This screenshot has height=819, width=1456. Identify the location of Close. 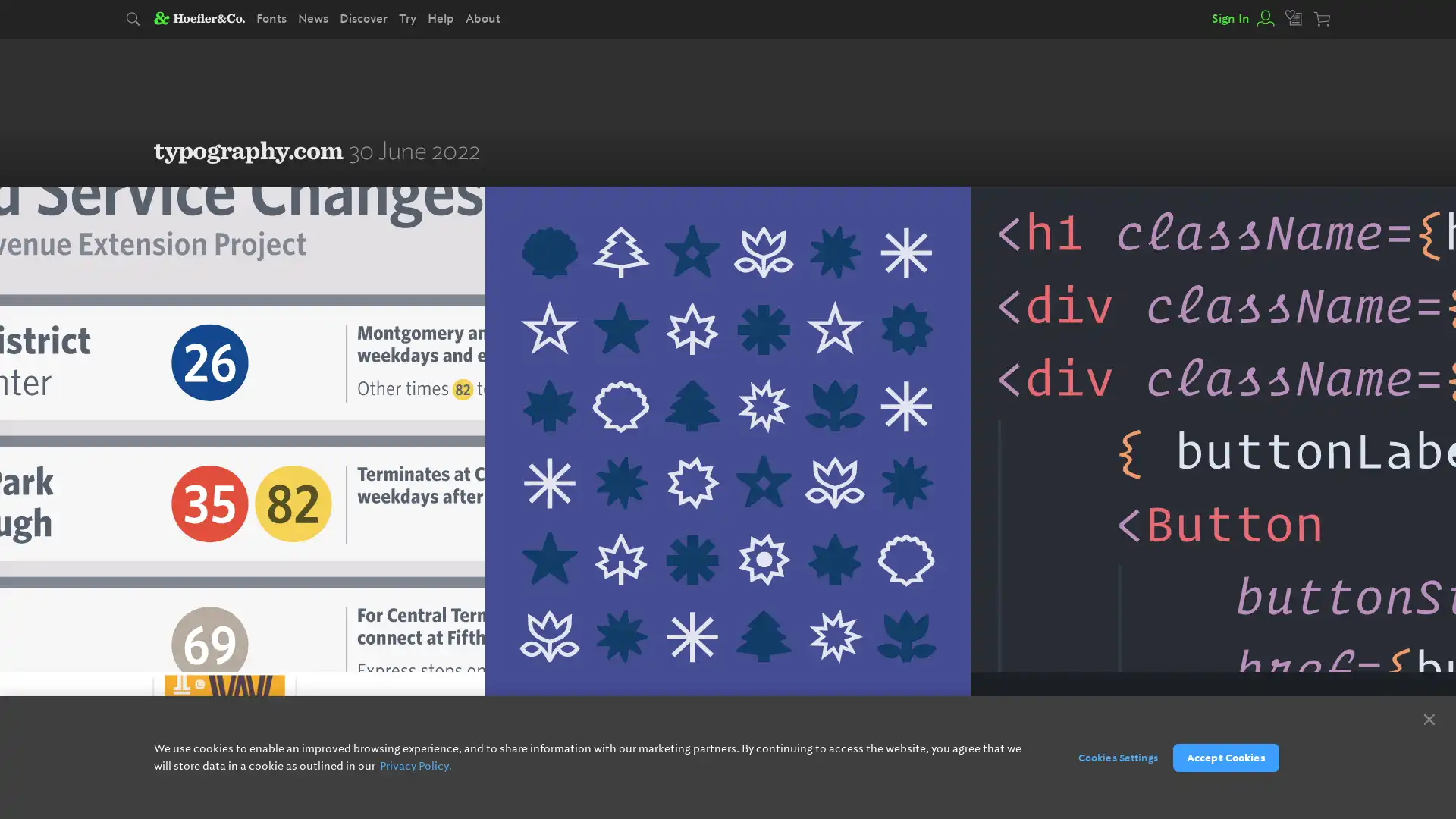
(1428, 718).